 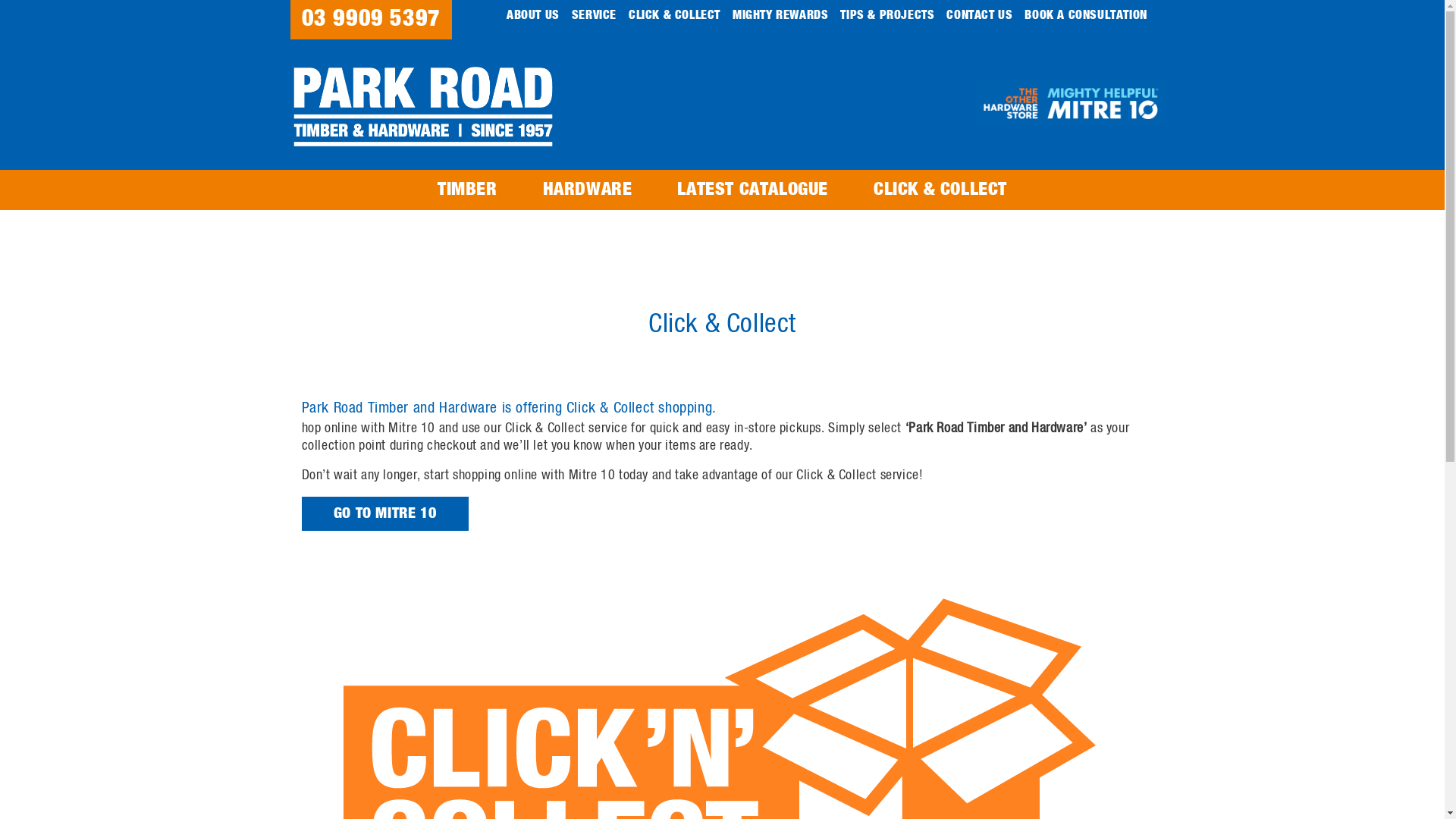 I want to click on 'CONTACT US', so click(x=979, y=14).